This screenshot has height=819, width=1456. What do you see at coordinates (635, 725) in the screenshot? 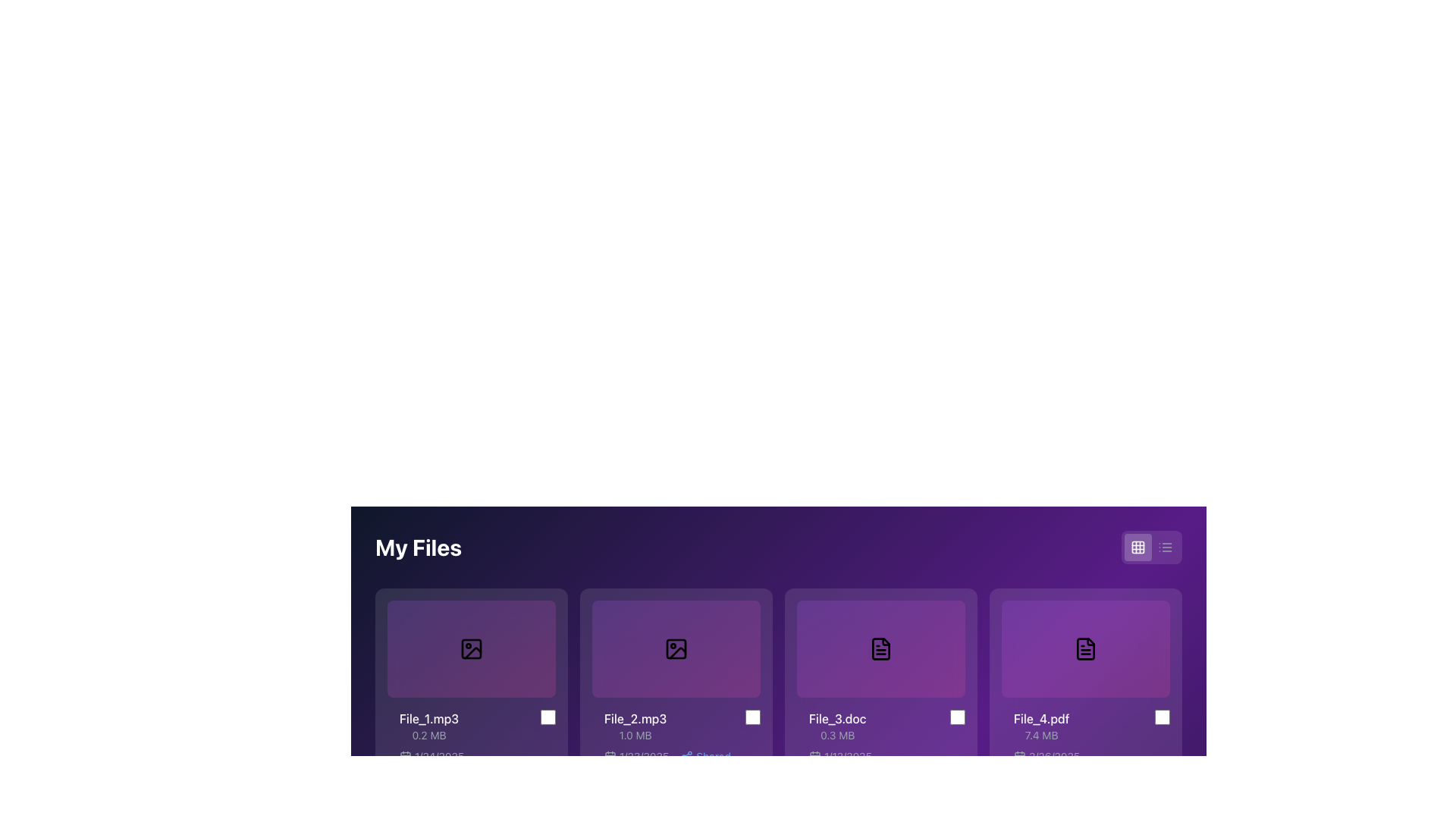
I see `the text label displaying the filename 'File_2.mp3' in white and size '1.0 MB' in gray, located under the 'My Files' section` at bounding box center [635, 725].